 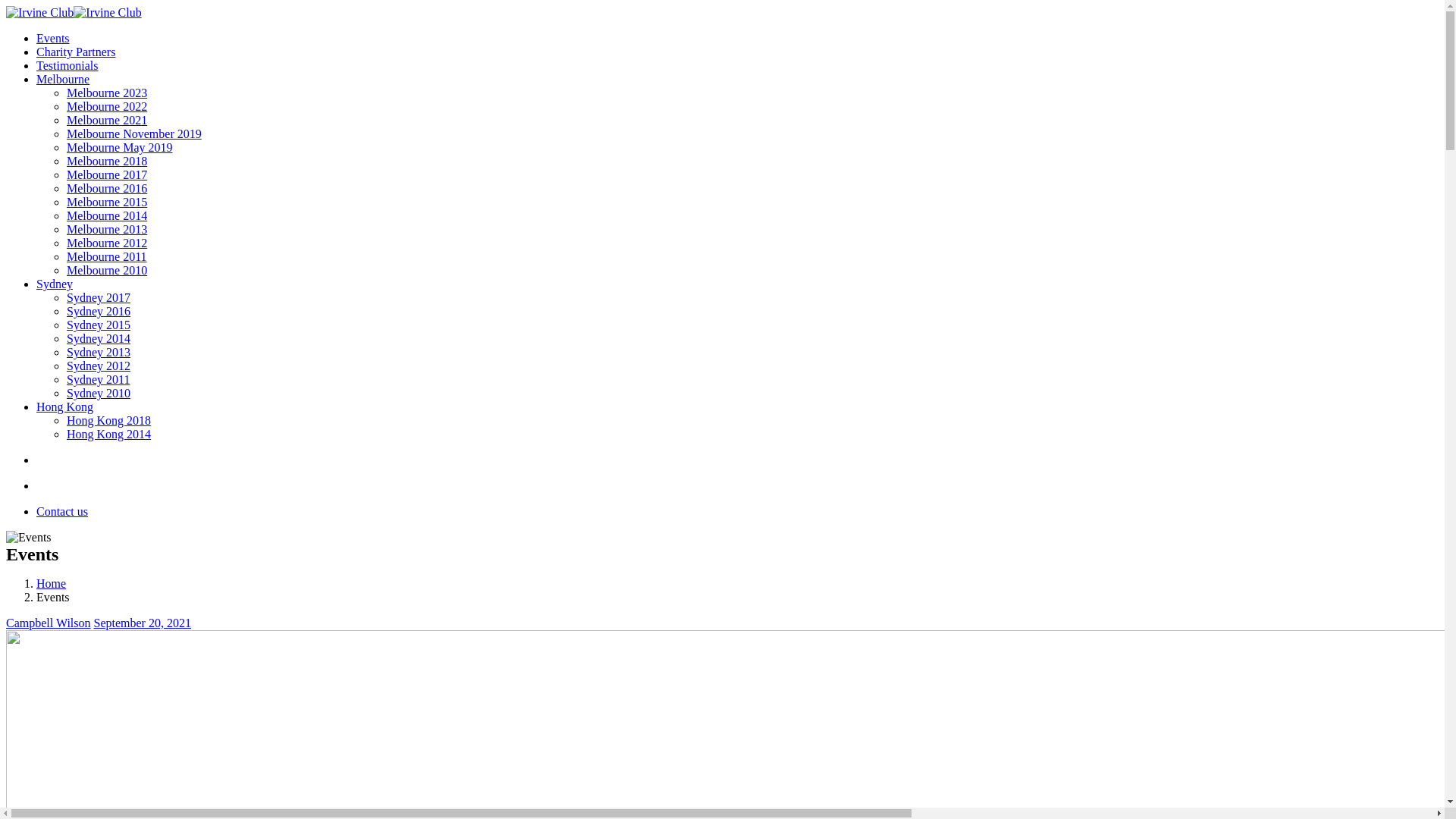 What do you see at coordinates (97, 324) in the screenshot?
I see `'Sydney 2015'` at bounding box center [97, 324].